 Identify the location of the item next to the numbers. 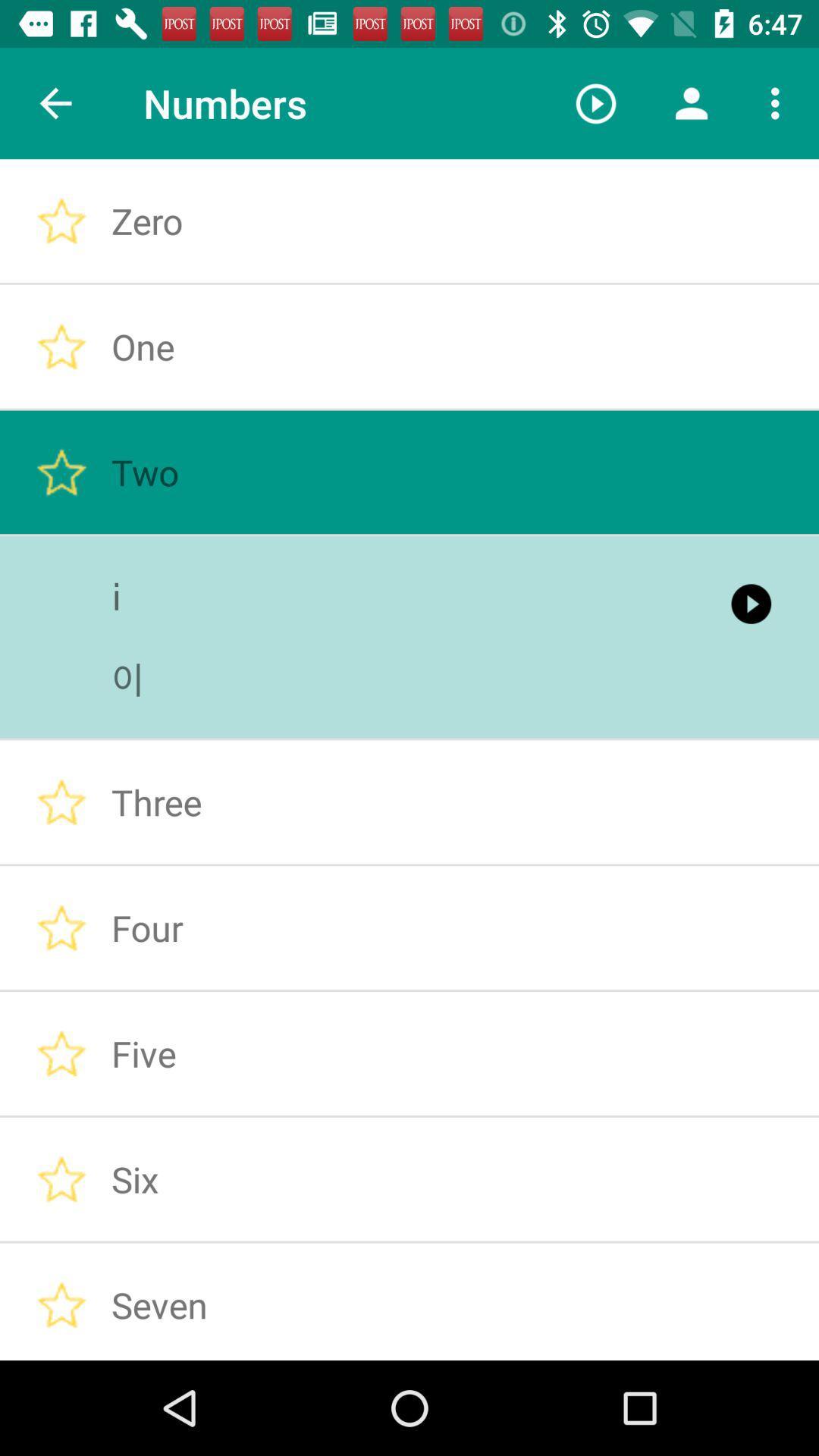
(55, 102).